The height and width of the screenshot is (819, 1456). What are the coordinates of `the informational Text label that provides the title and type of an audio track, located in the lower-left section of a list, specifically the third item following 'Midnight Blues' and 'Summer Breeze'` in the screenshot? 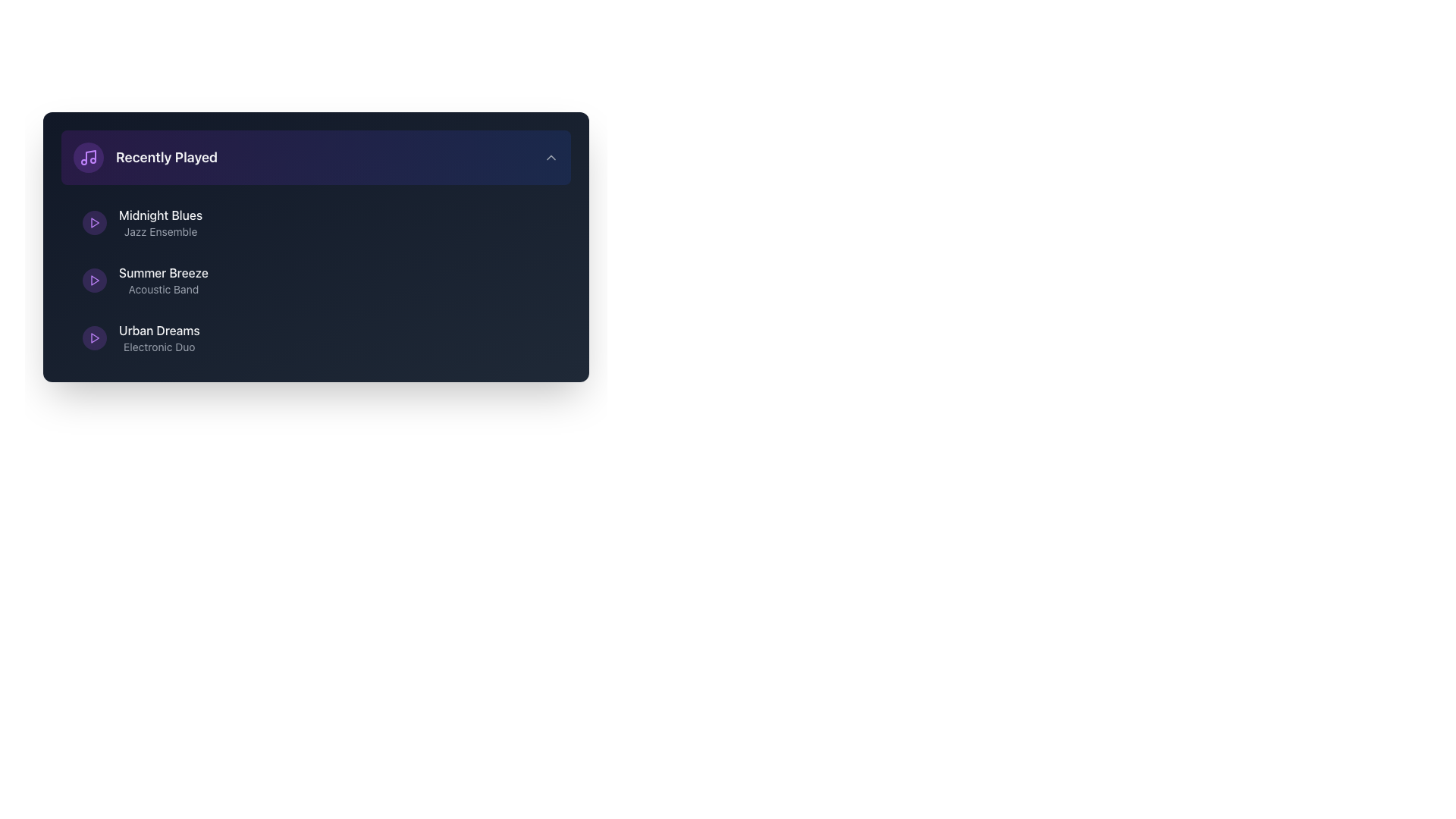 It's located at (159, 337).